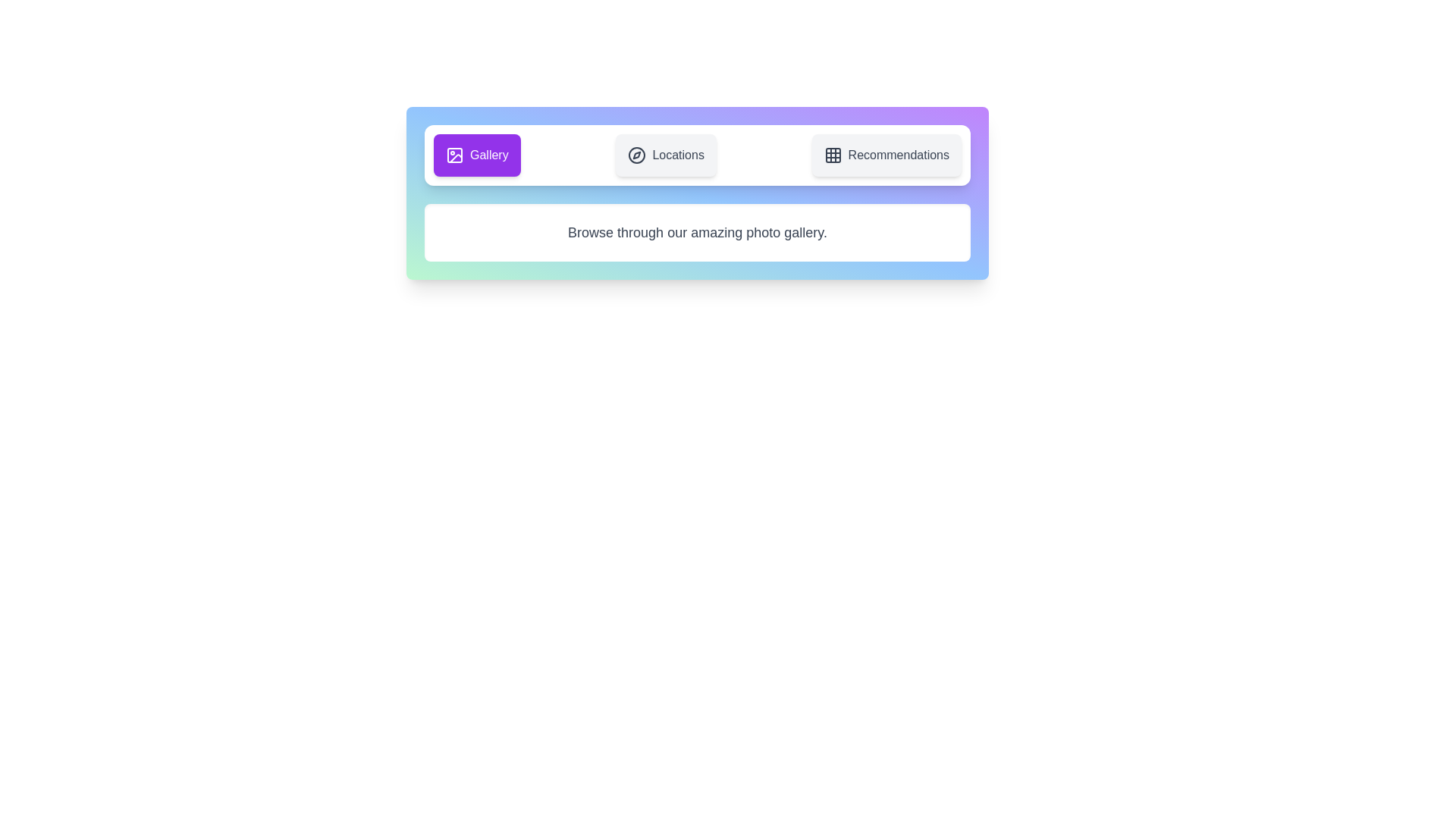 The width and height of the screenshot is (1456, 819). Describe the element at coordinates (666, 155) in the screenshot. I see `the tab Locations by clicking on it` at that location.